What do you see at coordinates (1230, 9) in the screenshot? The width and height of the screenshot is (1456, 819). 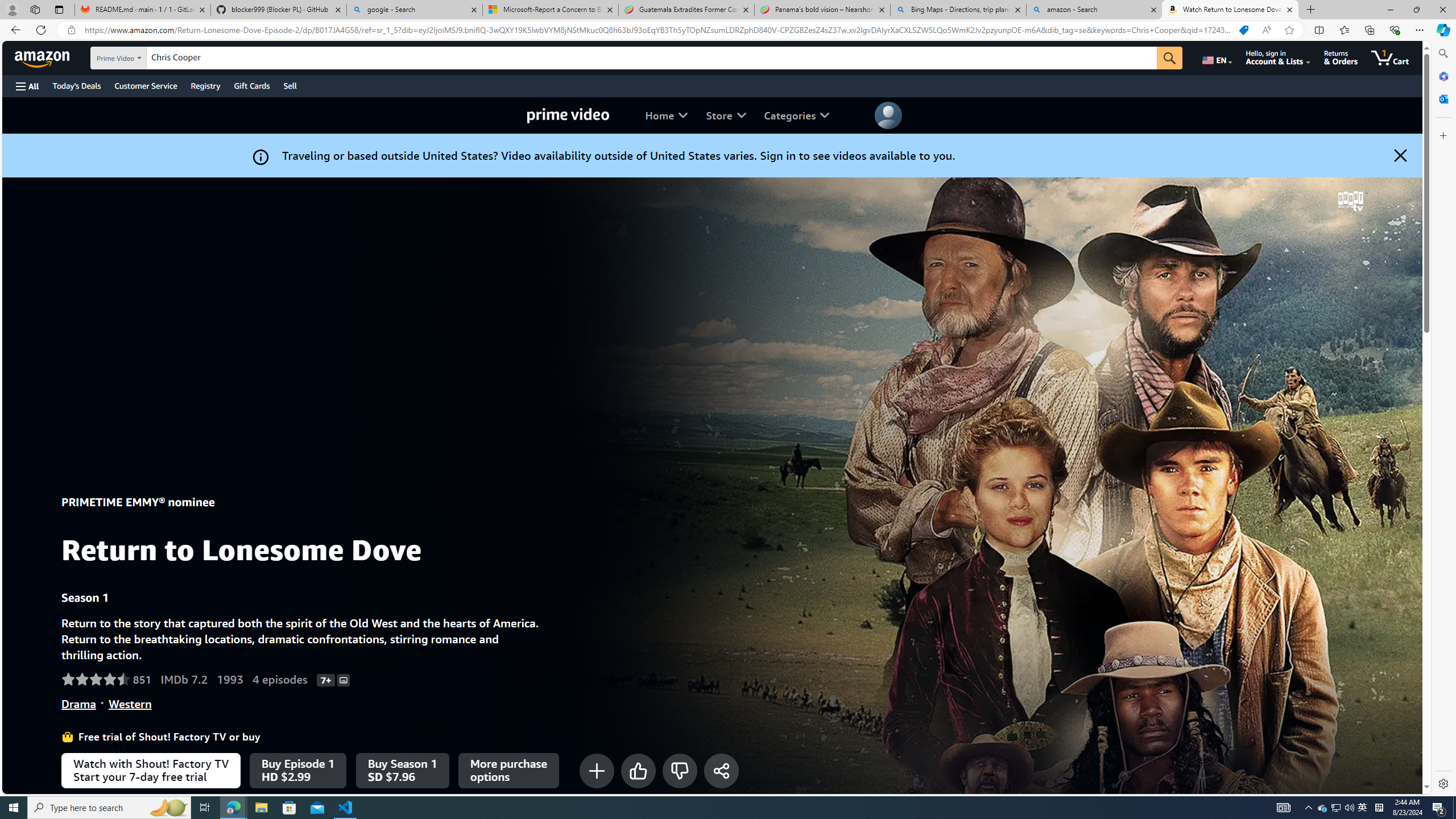 I see `'Watch Return to Lonesome Dove Season 1 | Prime Video'` at bounding box center [1230, 9].